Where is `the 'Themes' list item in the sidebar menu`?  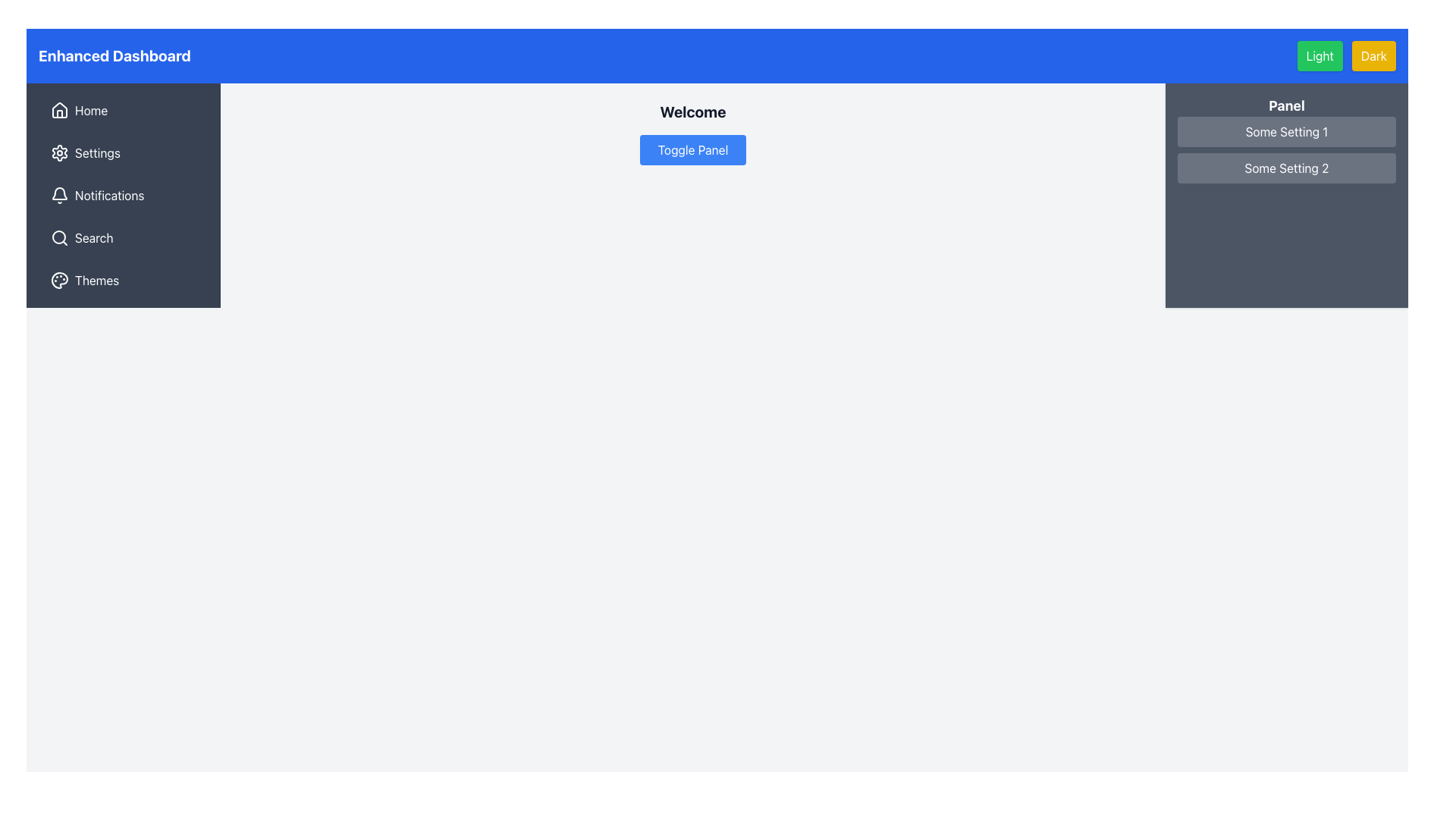 the 'Themes' list item in the sidebar menu is located at coordinates (124, 281).